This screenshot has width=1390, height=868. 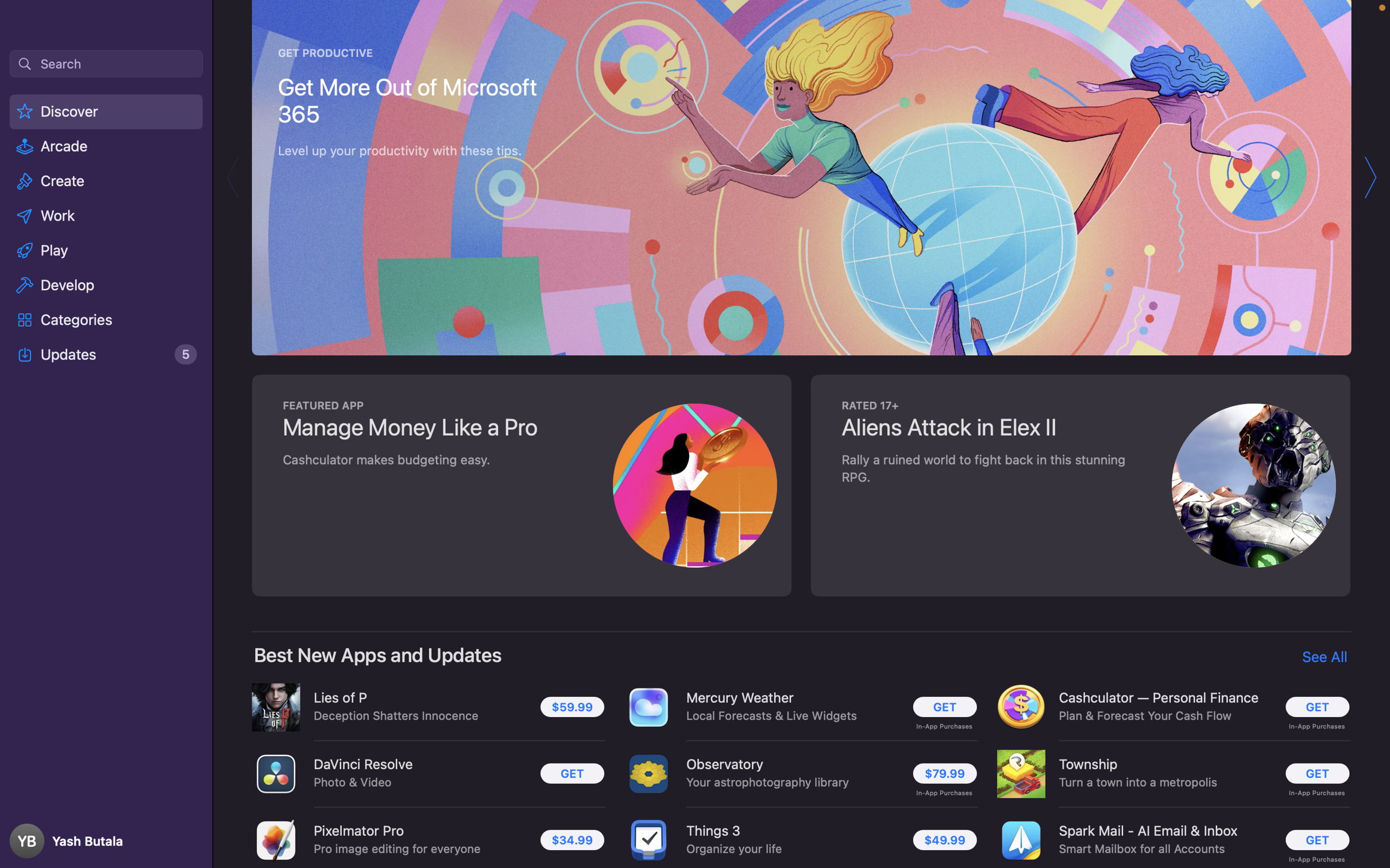 I want to click on the "Discover" section, so click(x=107, y=113).